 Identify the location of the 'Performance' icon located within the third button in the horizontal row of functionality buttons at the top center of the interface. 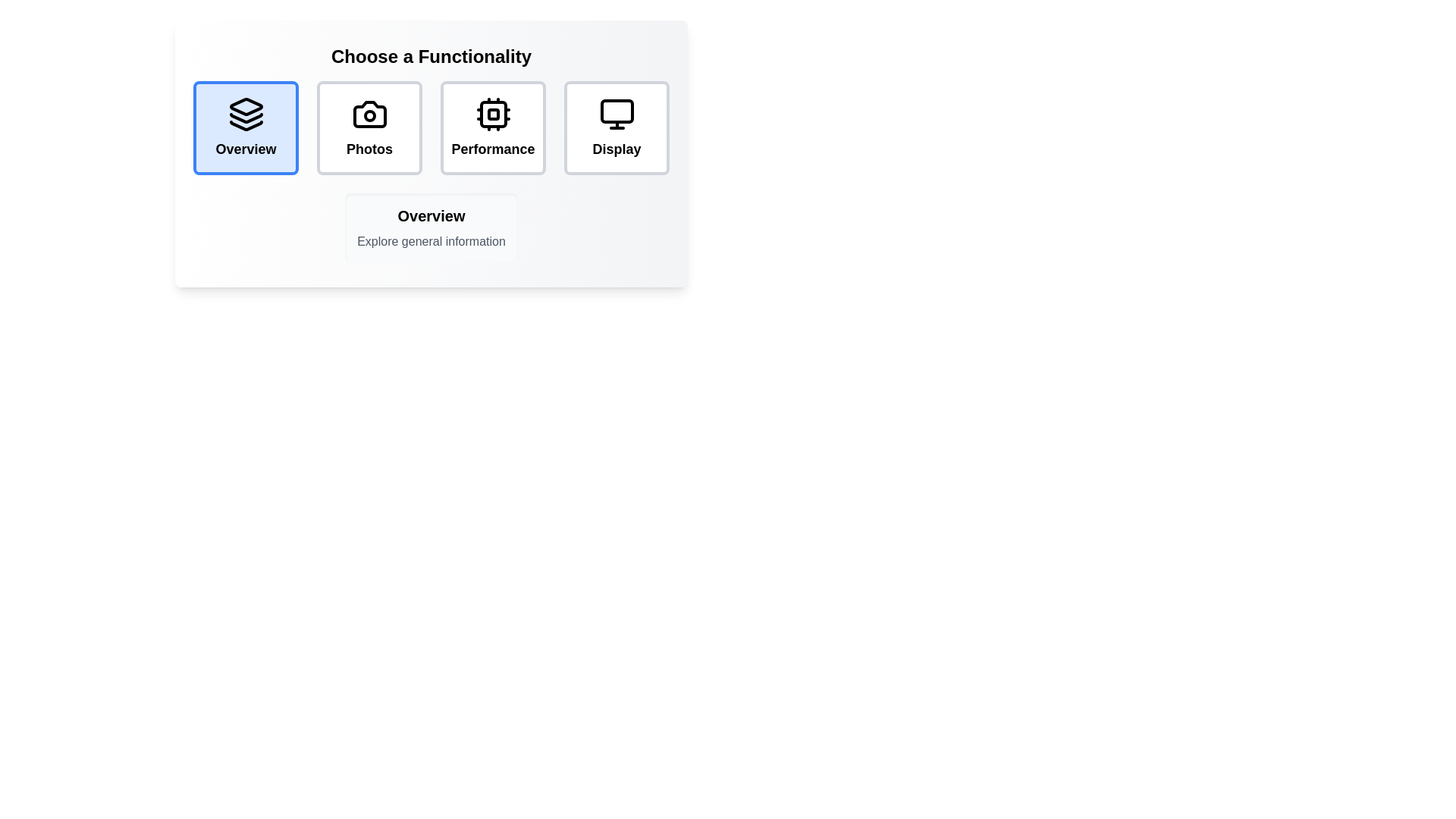
(493, 113).